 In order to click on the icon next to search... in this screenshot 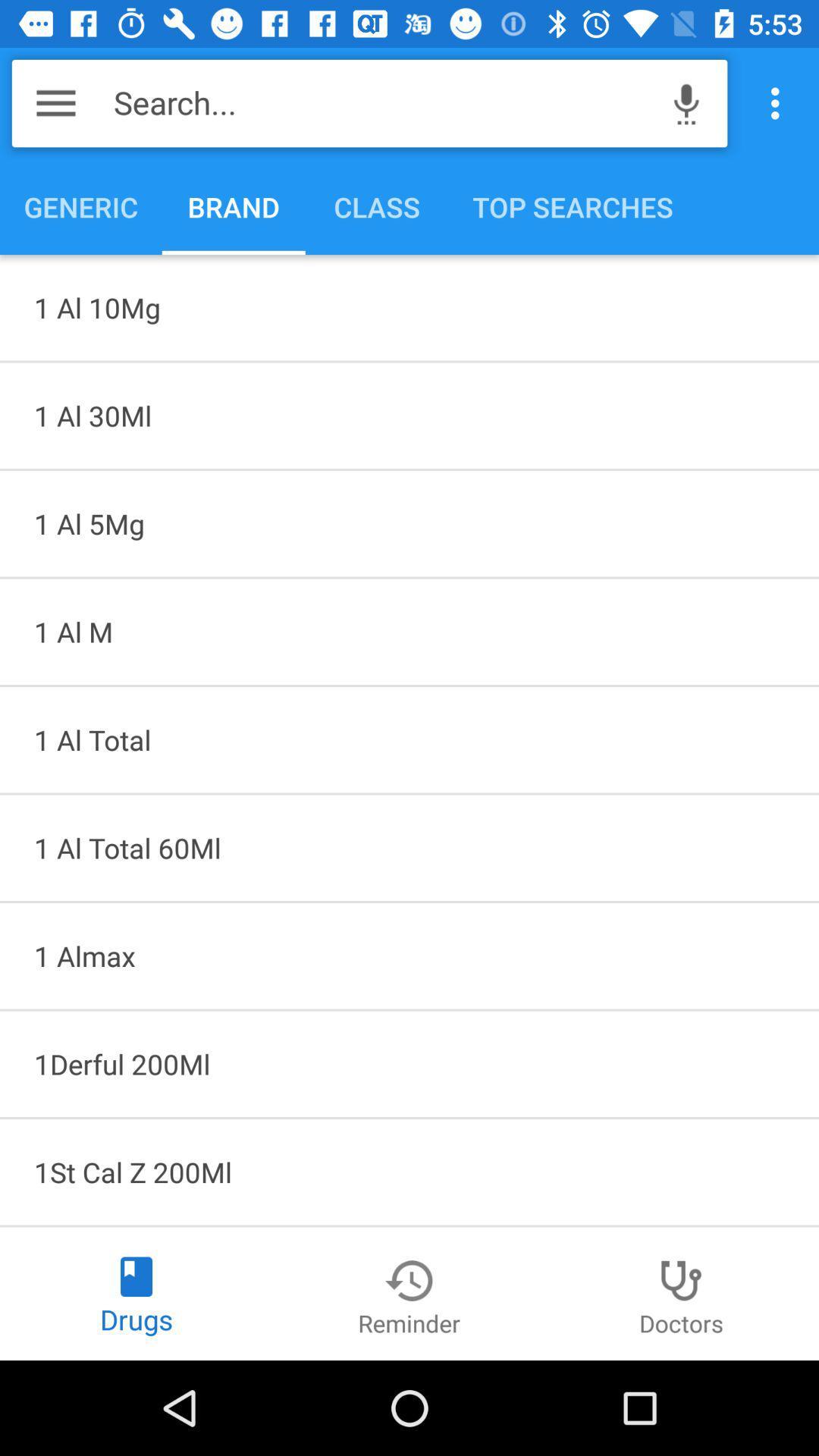, I will do `click(686, 102)`.